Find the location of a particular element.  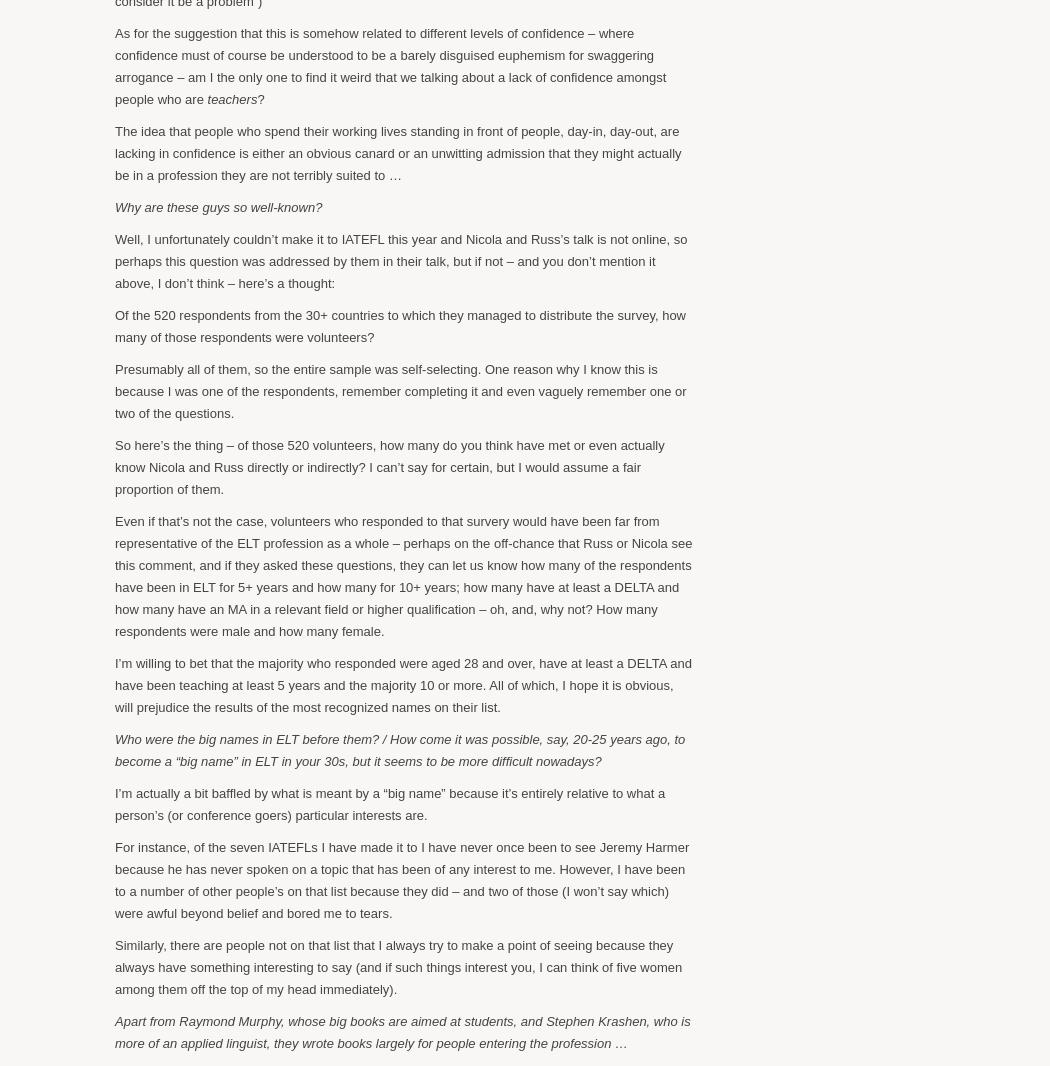

'Similarly, there are people not on that list that I always try to make a point of seeing because they always have something interesting to say (and if such things interest you, I can think of five women among them off the top of my head immediately).' is located at coordinates (113, 966).